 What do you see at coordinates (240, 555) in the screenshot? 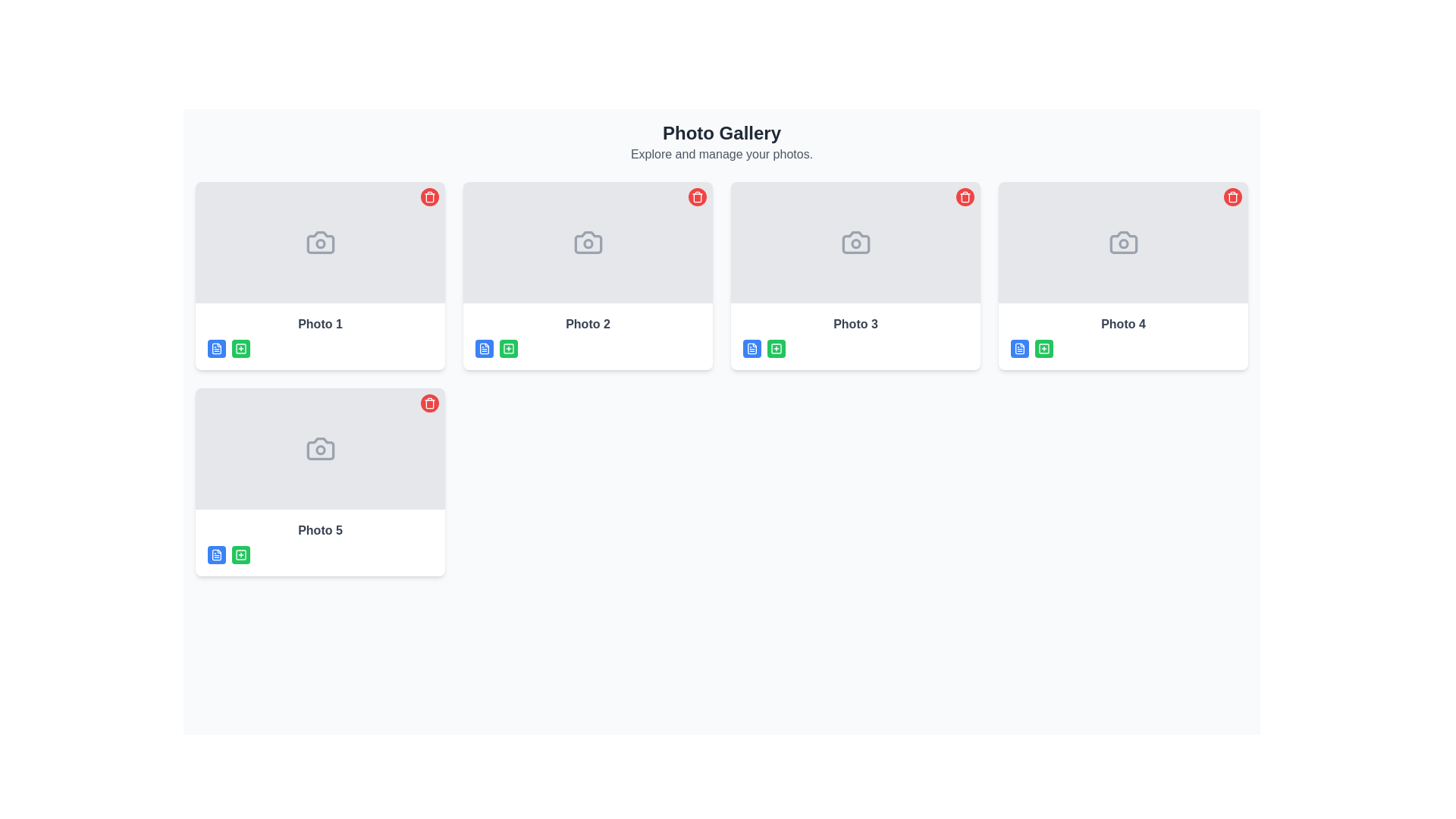
I see `the interactive button located in the lower-left section of the card labeled 'Photo 5', which is next to a blue icon on its left` at bounding box center [240, 555].